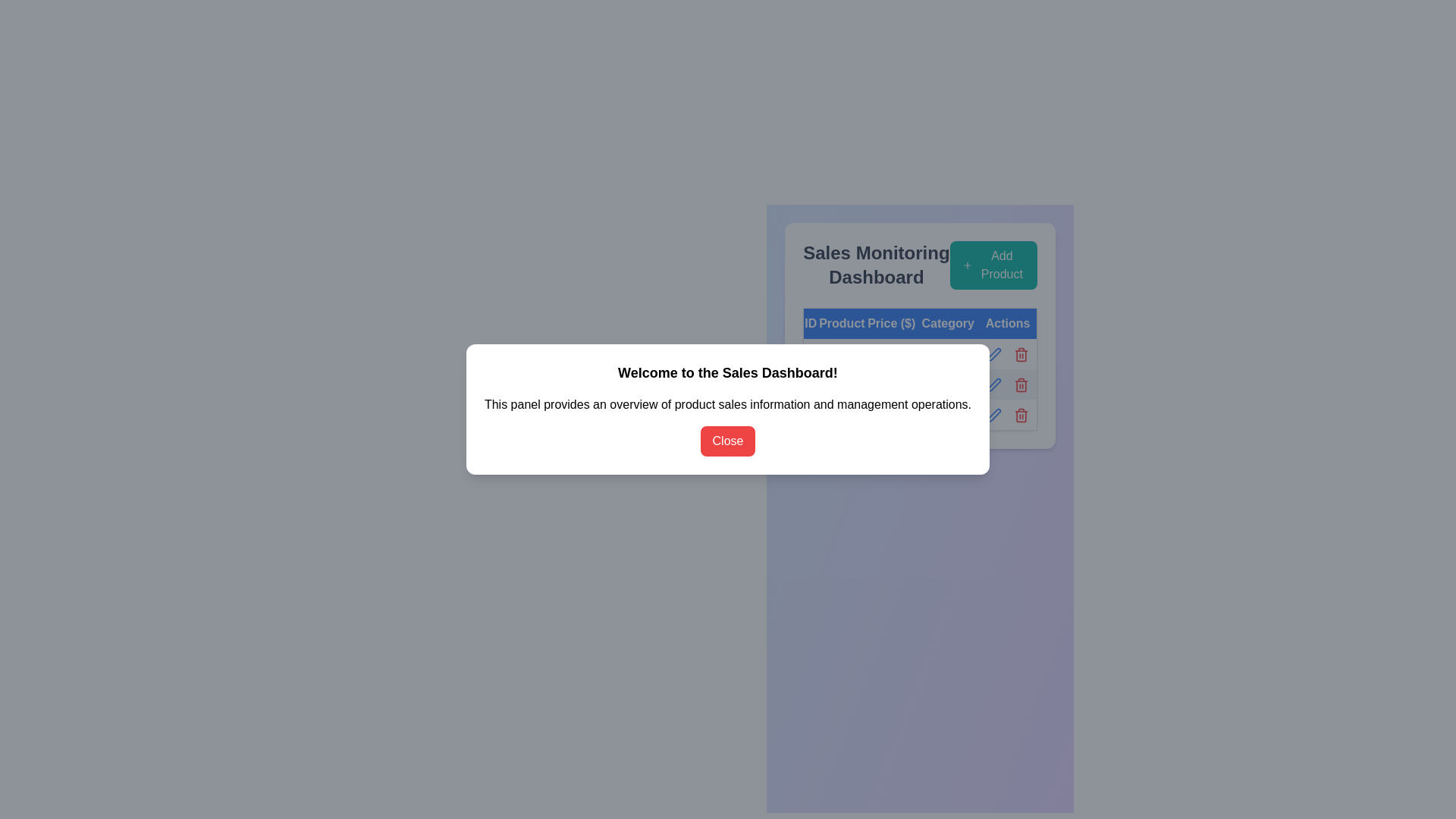  I want to click on the Text Label that serves as a header indicating a category-related column, located between 'Price ($)' and 'Actions' in a blue background area, so click(947, 322).